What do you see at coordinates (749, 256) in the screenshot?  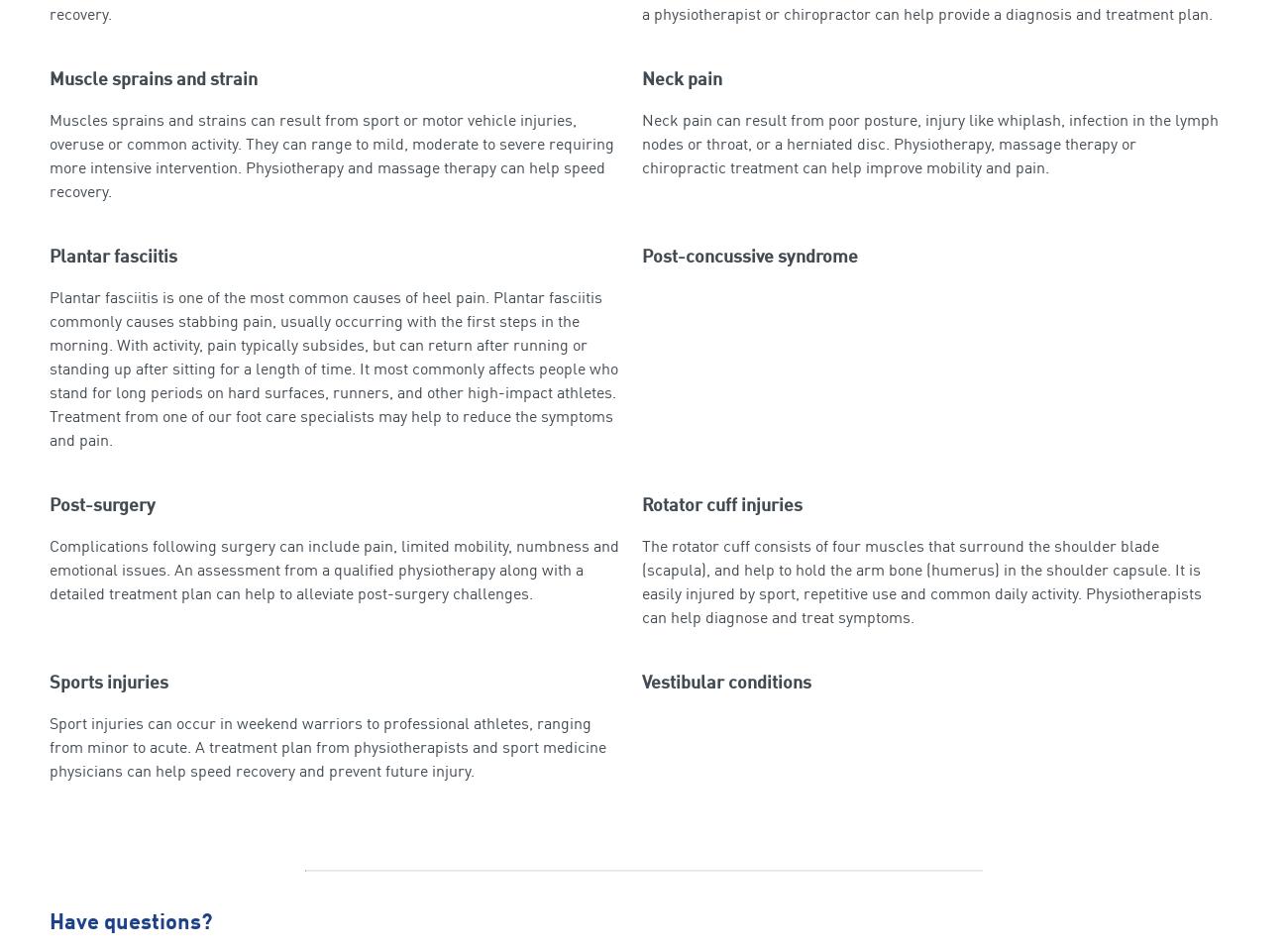 I see `'Post-concussive syndrome'` at bounding box center [749, 256].